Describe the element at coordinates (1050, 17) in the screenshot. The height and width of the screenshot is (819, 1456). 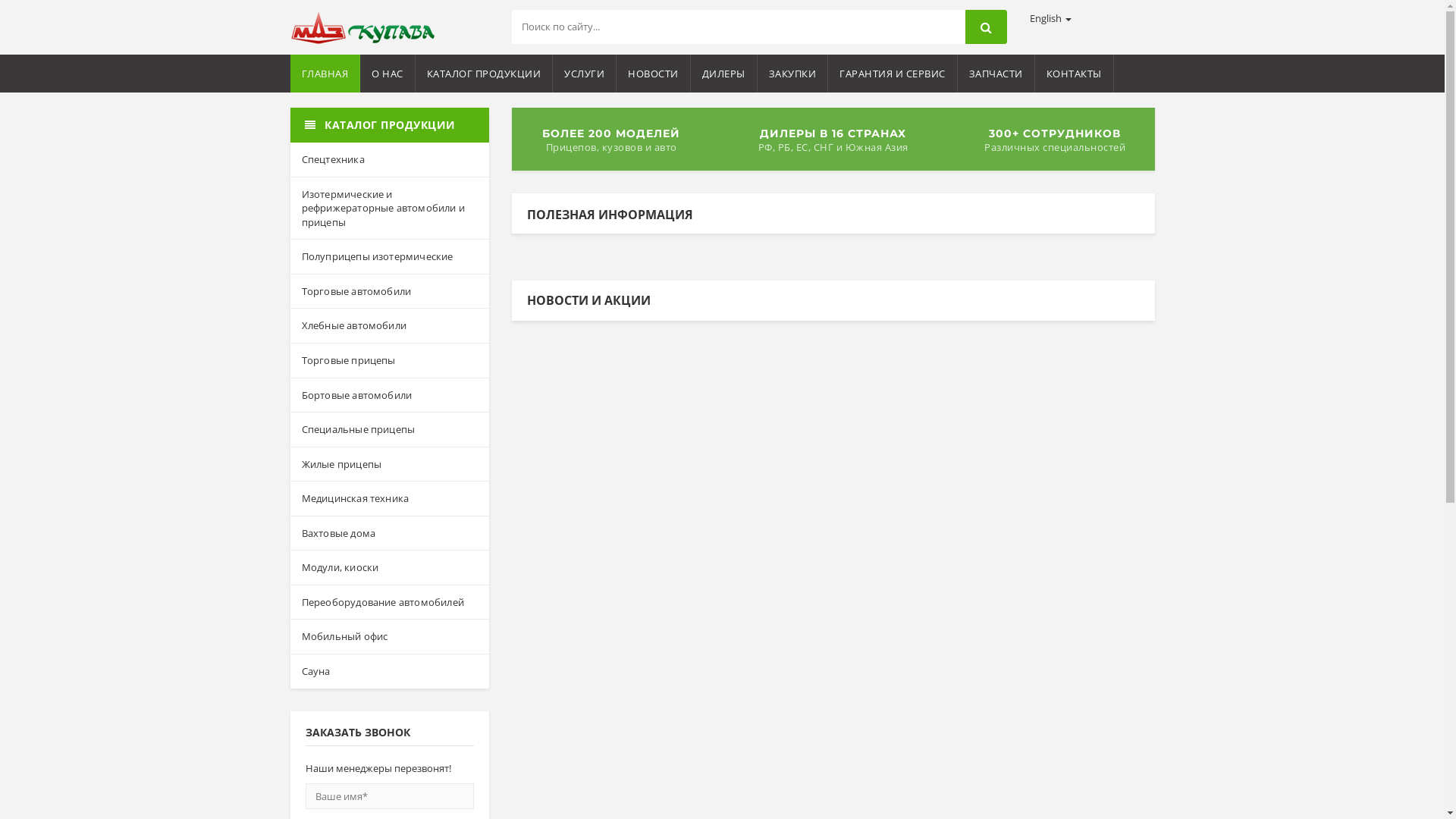
I see `'English'` at that location.